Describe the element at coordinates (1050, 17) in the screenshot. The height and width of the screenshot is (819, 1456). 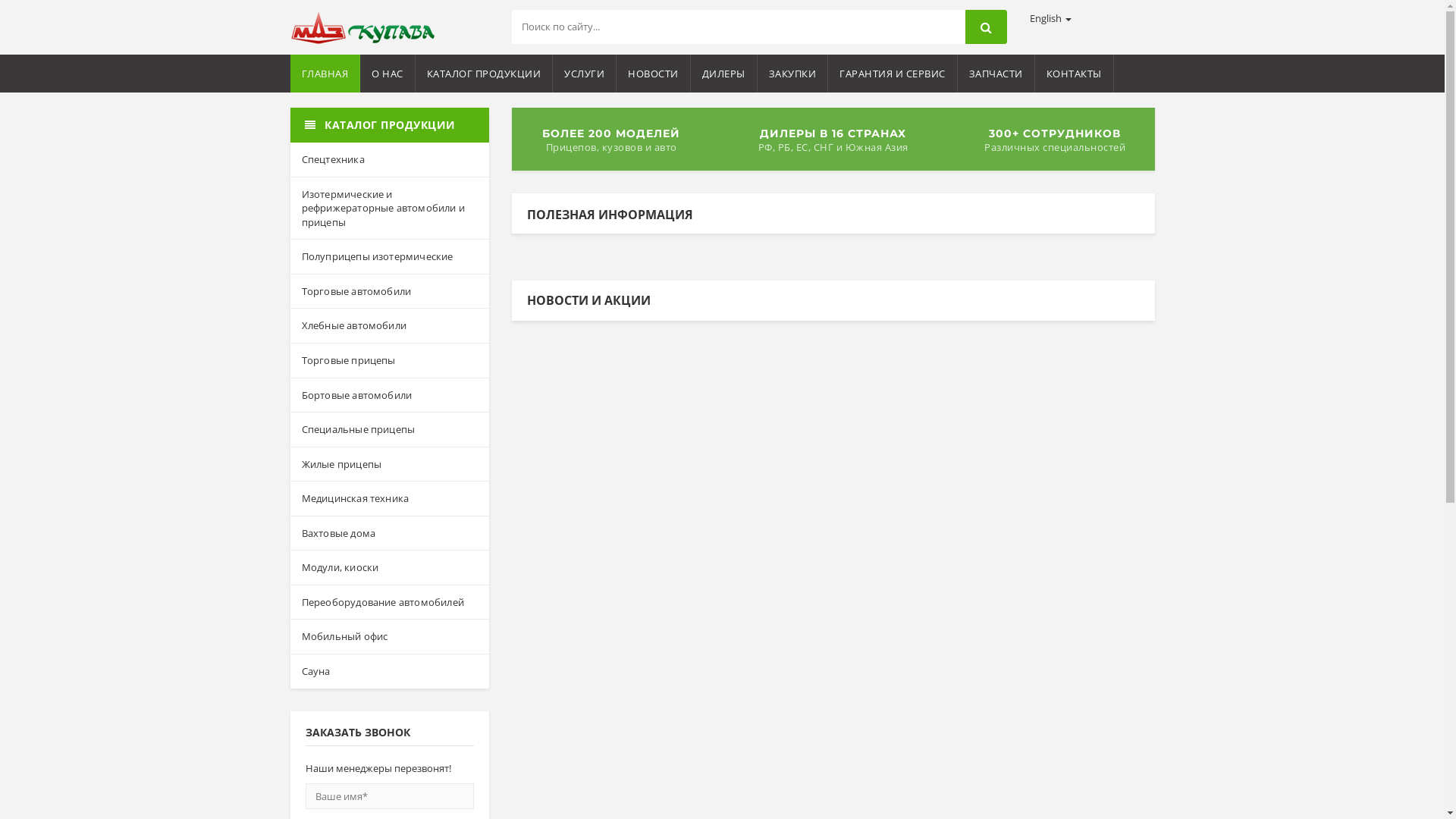
I see `'English'` at that location.